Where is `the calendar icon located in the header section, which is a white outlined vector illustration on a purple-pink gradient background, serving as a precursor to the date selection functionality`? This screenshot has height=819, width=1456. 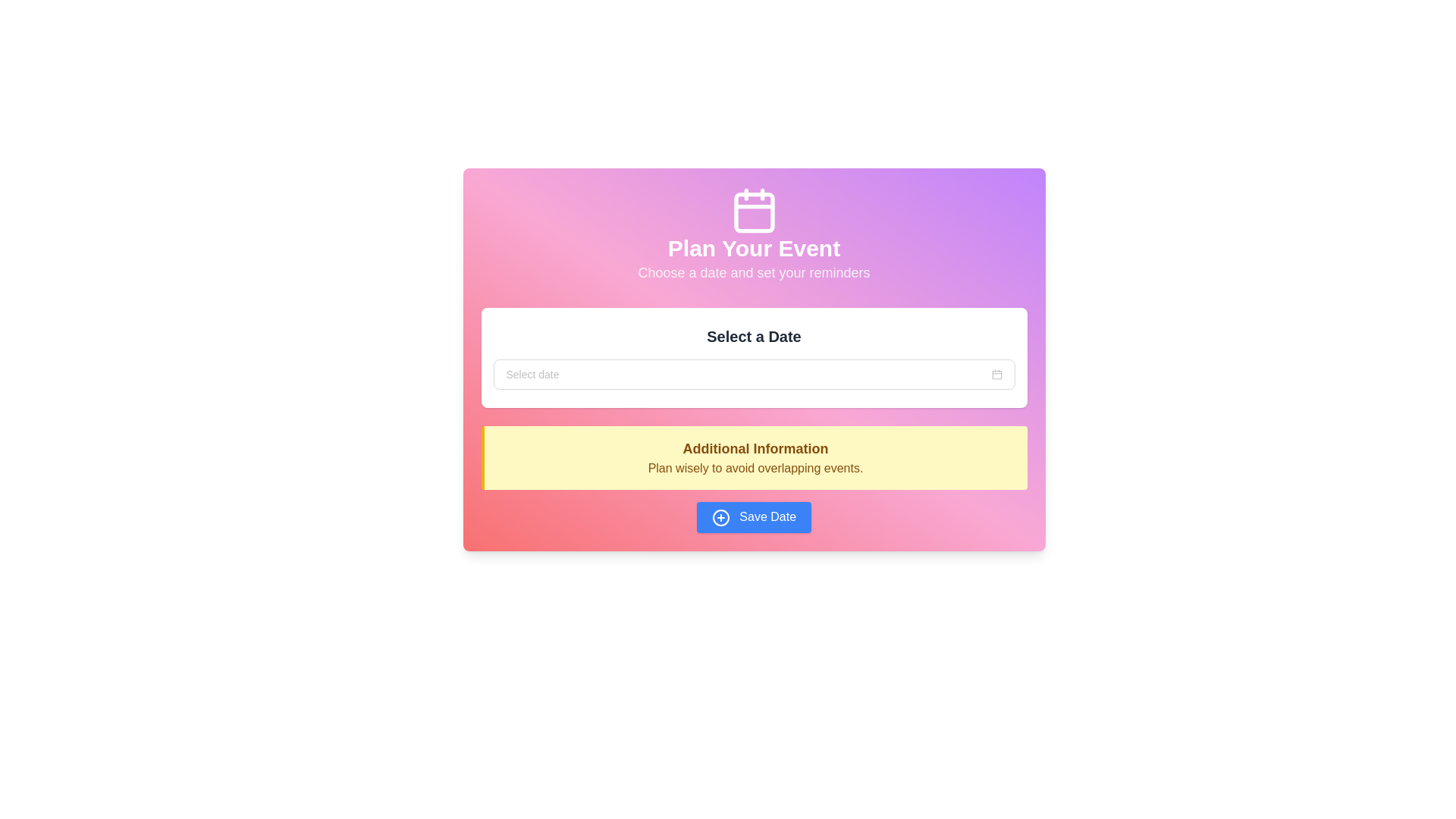 the calendar icon located in the header section, which is a white outlined vector illustration on a purple-pink gradient background, serving as a precursor to the date selection functionality is located at coordinates (996, 374).